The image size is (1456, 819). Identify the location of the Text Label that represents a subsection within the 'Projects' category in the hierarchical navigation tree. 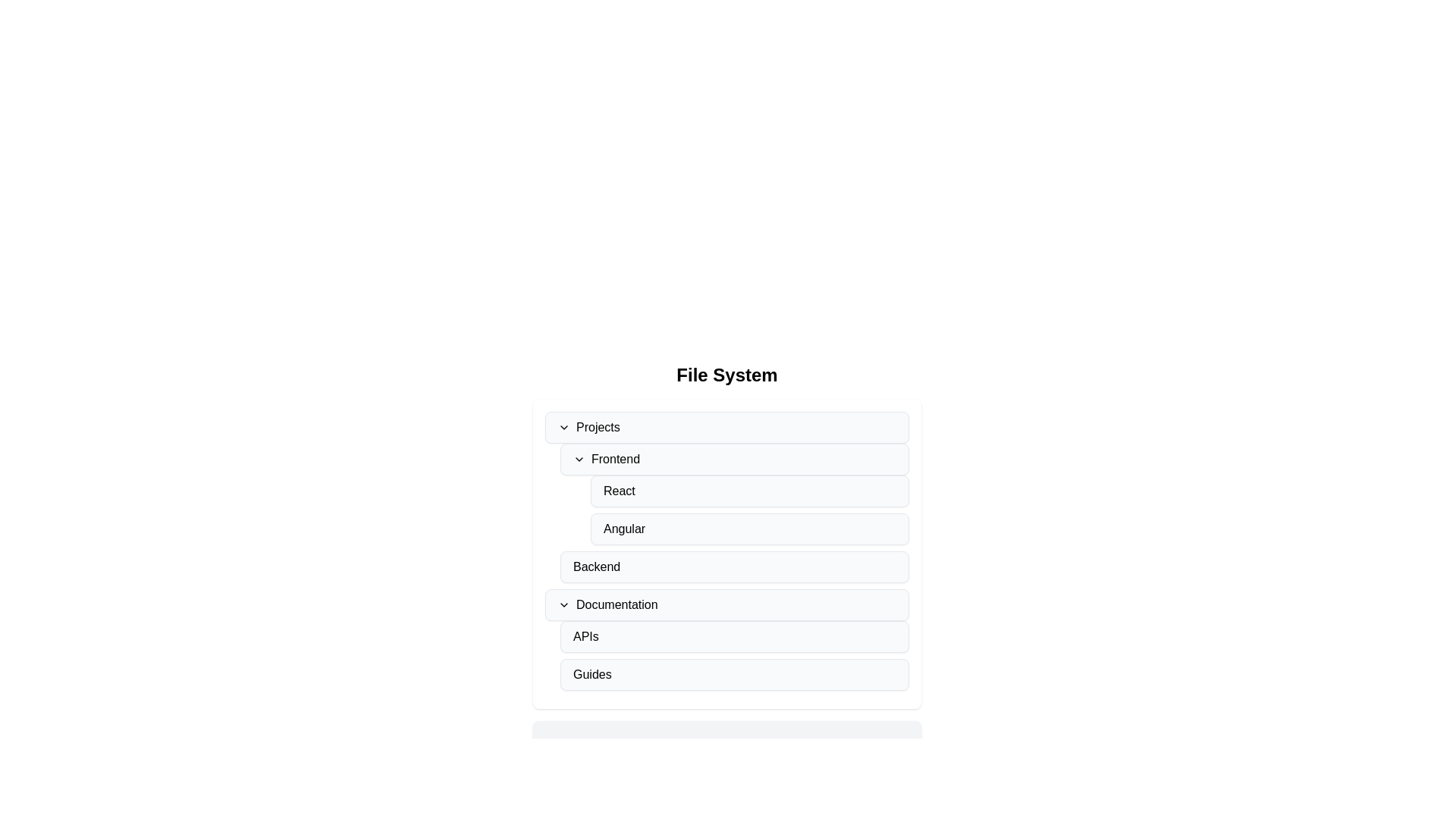
(615, 458).